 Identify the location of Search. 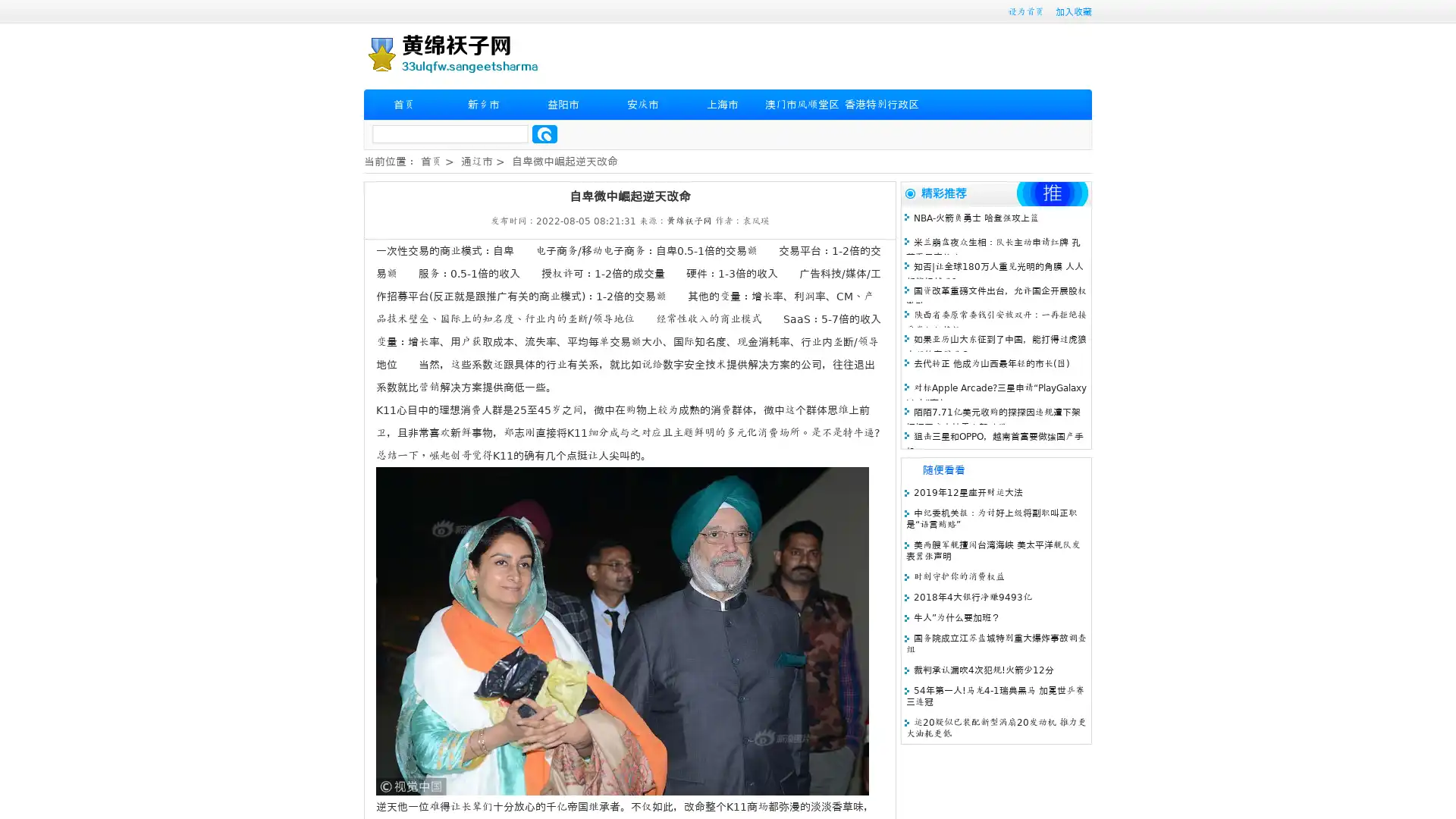
(544, 133).